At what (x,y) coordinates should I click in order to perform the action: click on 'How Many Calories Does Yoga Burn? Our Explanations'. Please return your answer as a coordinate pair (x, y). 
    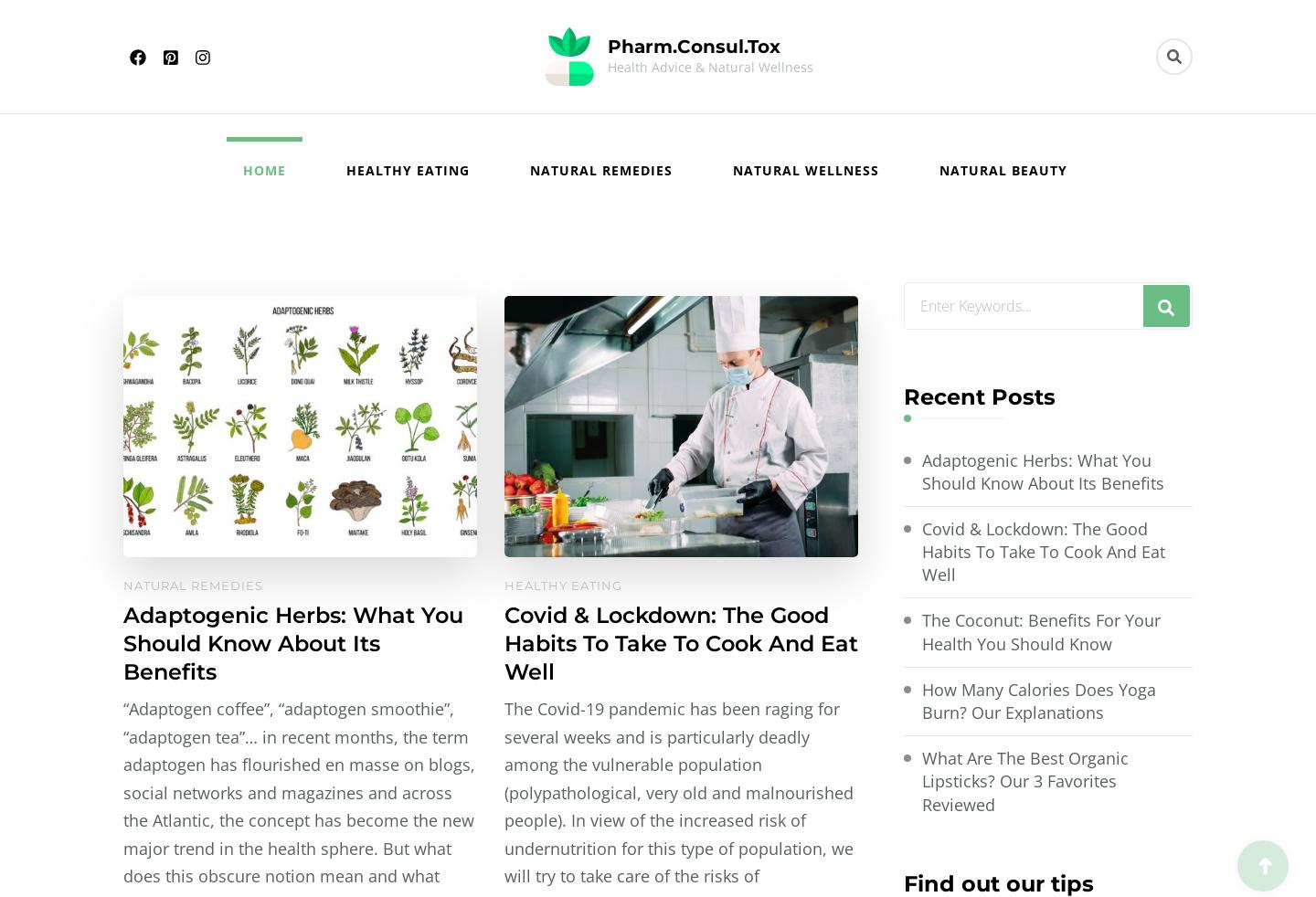
    Looking at the image, I should click on (1038, 701).